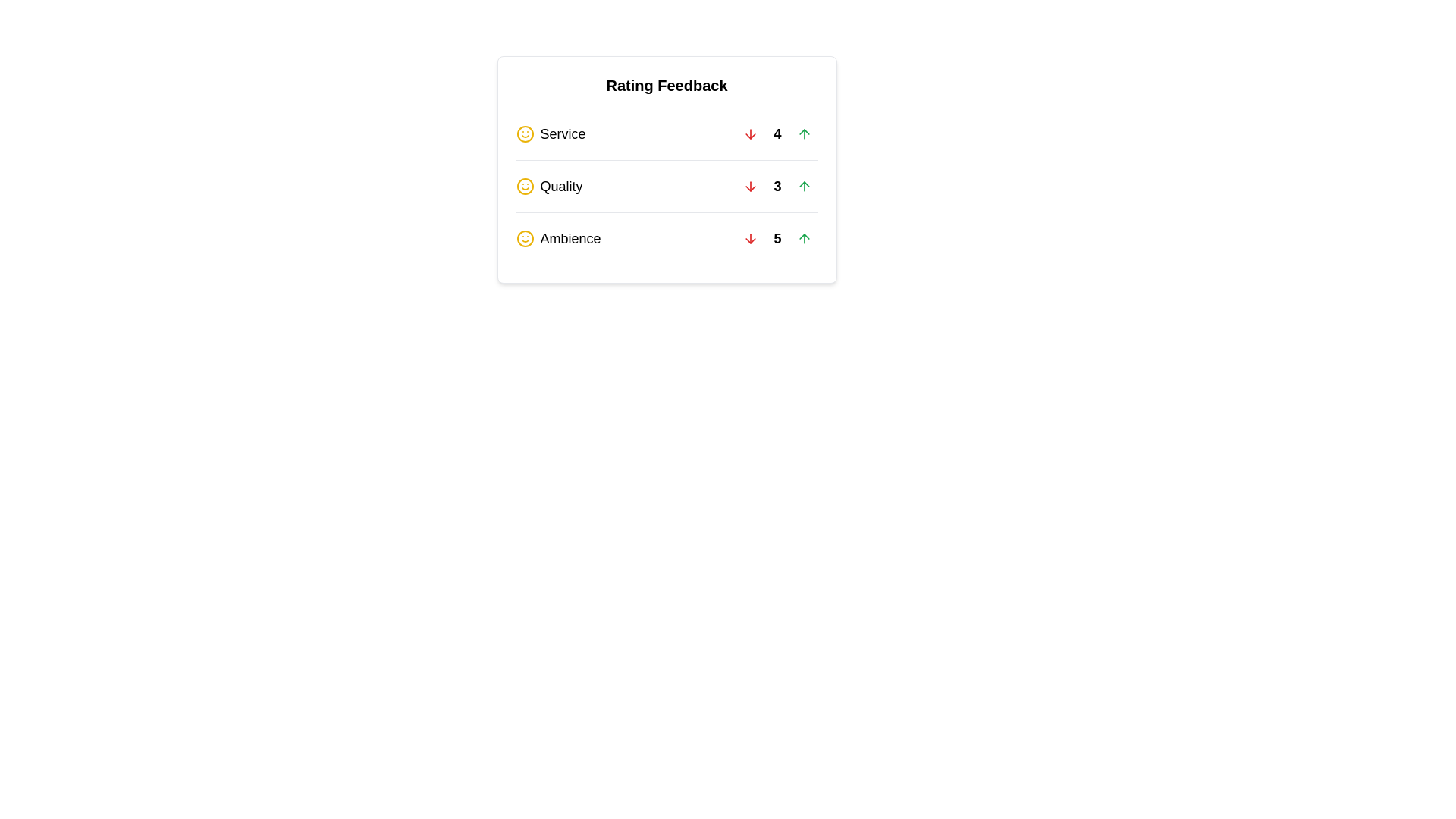 The image size is (1456, 819). Describe the element at coordinates (751, 239) in the screenshot. I see `the button to decrease the rating of the 'Ambience' category, which is located immediately to the left of the numeric rating '5' in the 'Rating Feedback' card layout` at that location.